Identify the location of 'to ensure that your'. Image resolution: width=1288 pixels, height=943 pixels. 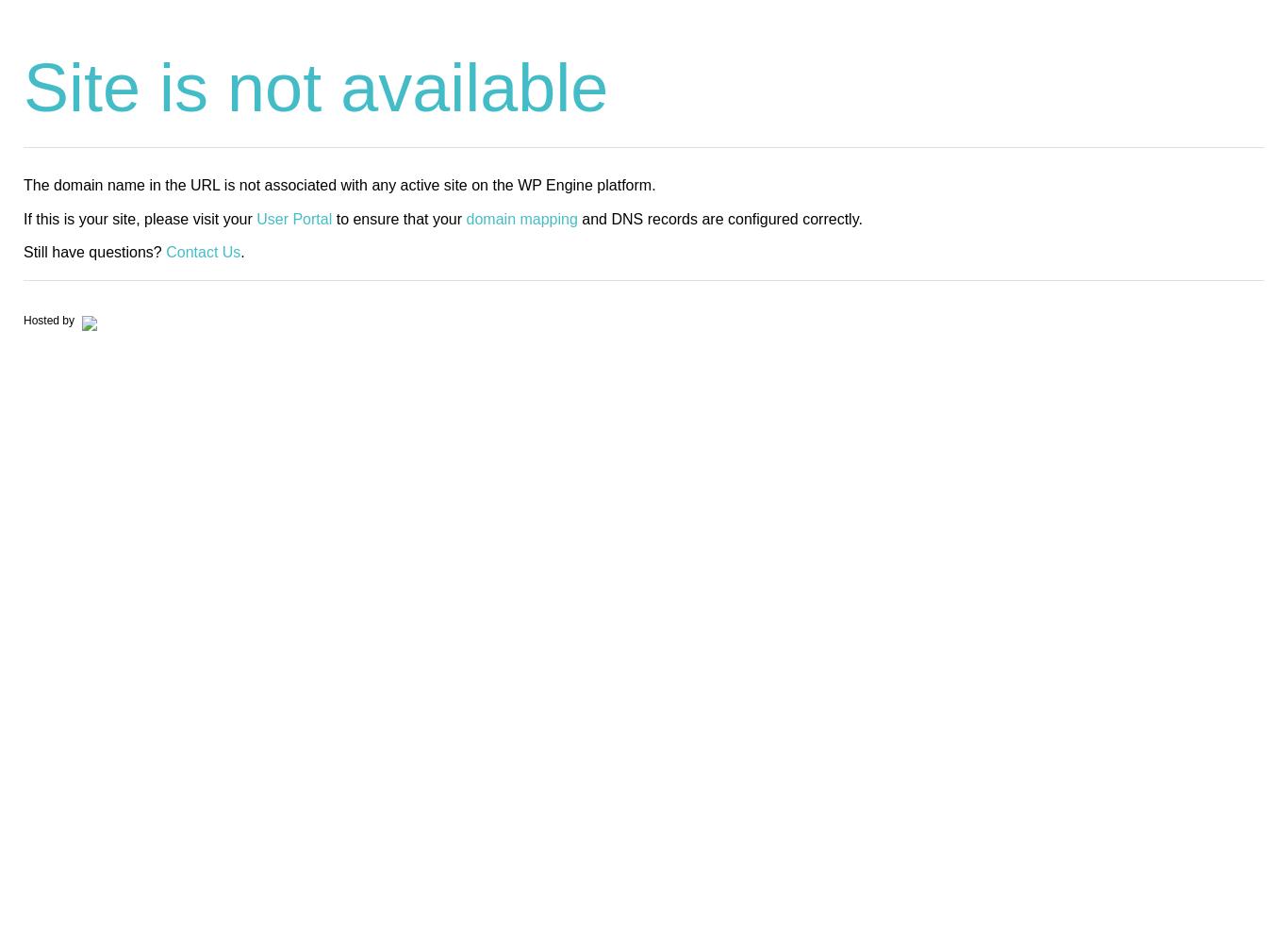
(398, 217).